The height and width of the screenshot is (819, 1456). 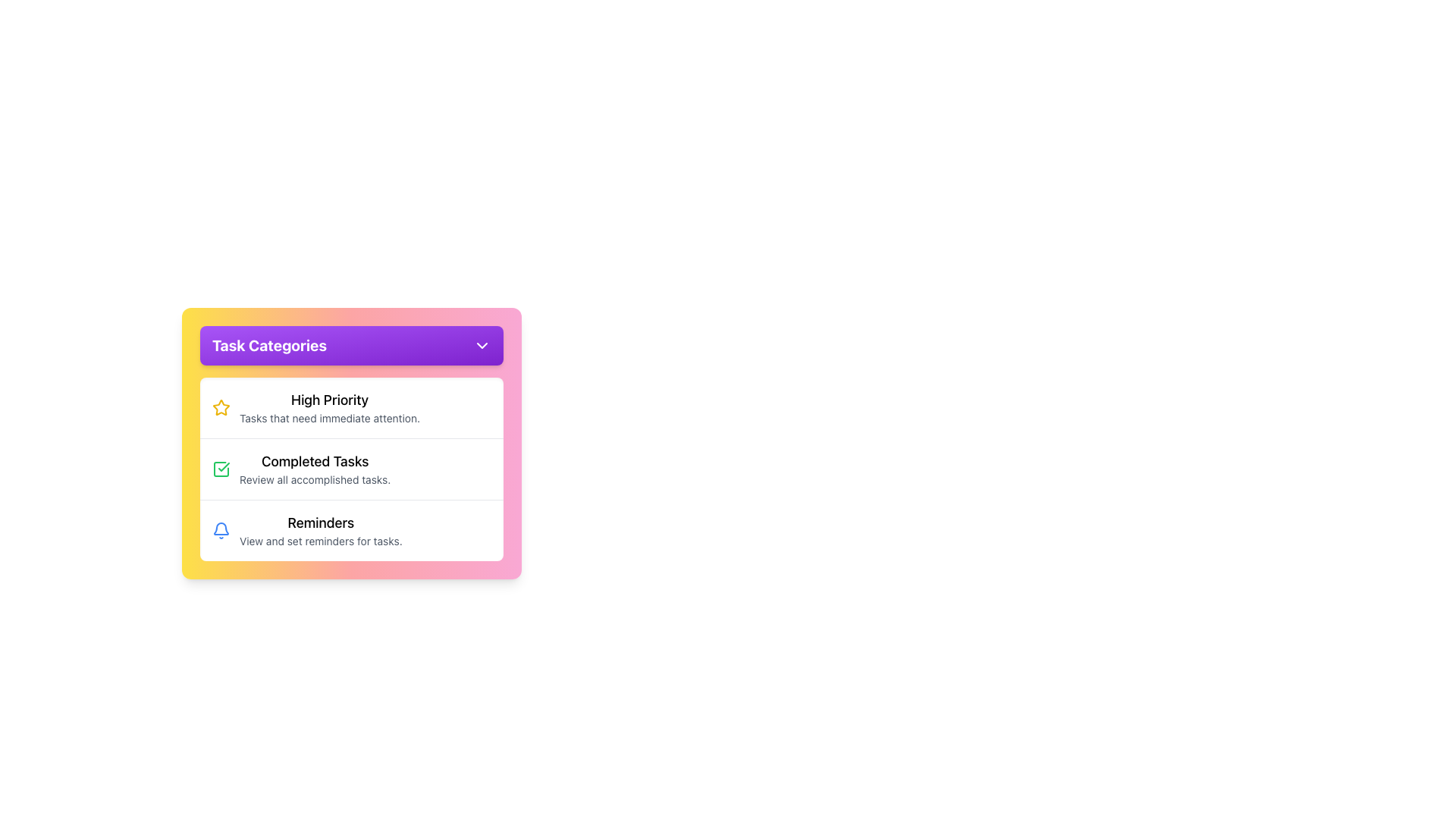 I want to click on the Text Display element, which is the second item in the list under 'Task Categories', positioned below 'High Priority' and above 'Reminders', so click(x=314, y=468).